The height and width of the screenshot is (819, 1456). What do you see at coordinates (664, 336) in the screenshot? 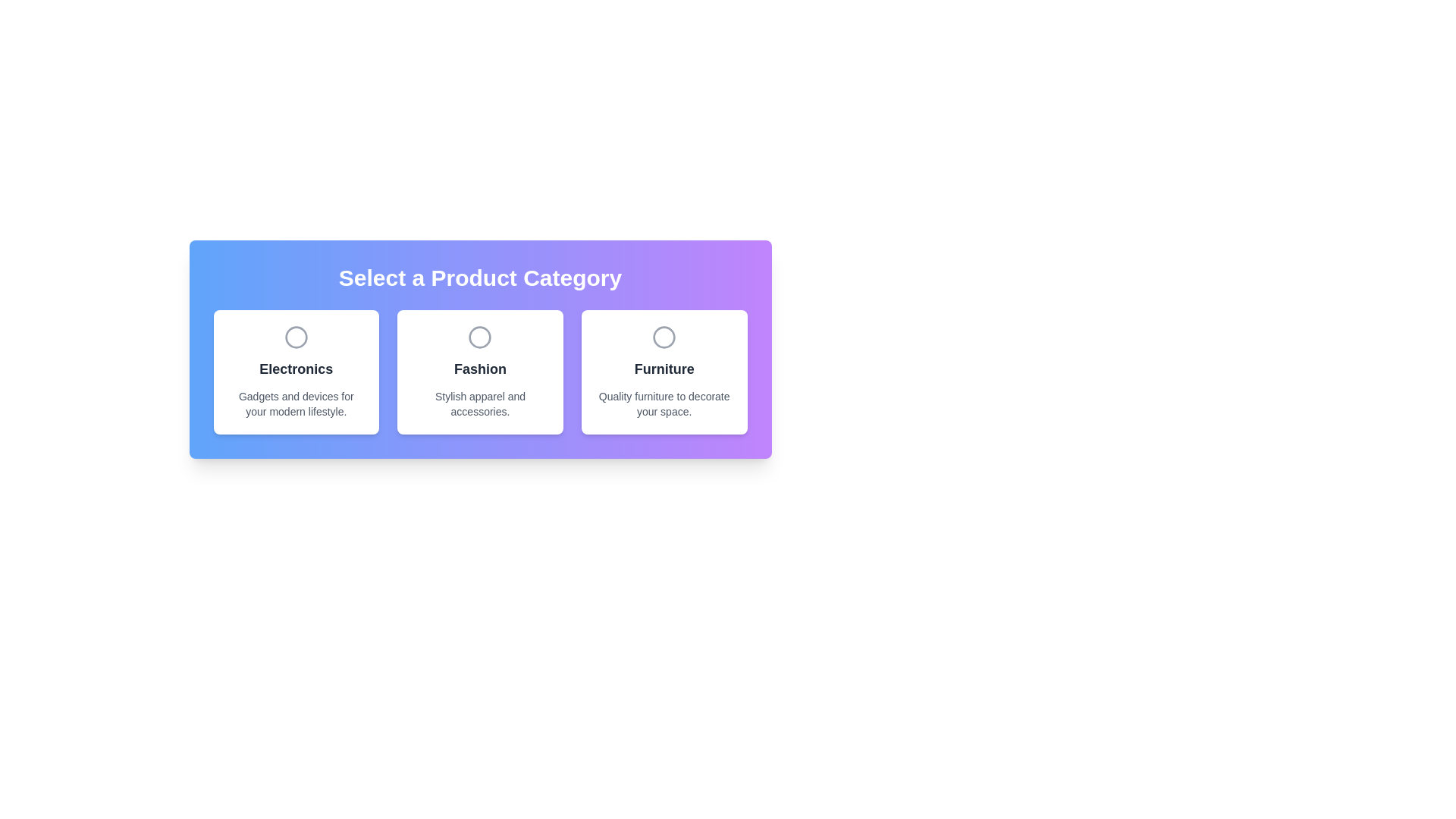
I see `the Circle indicator with a gray border located in the Furniture card below the text label` at bounding box center [664, 336].